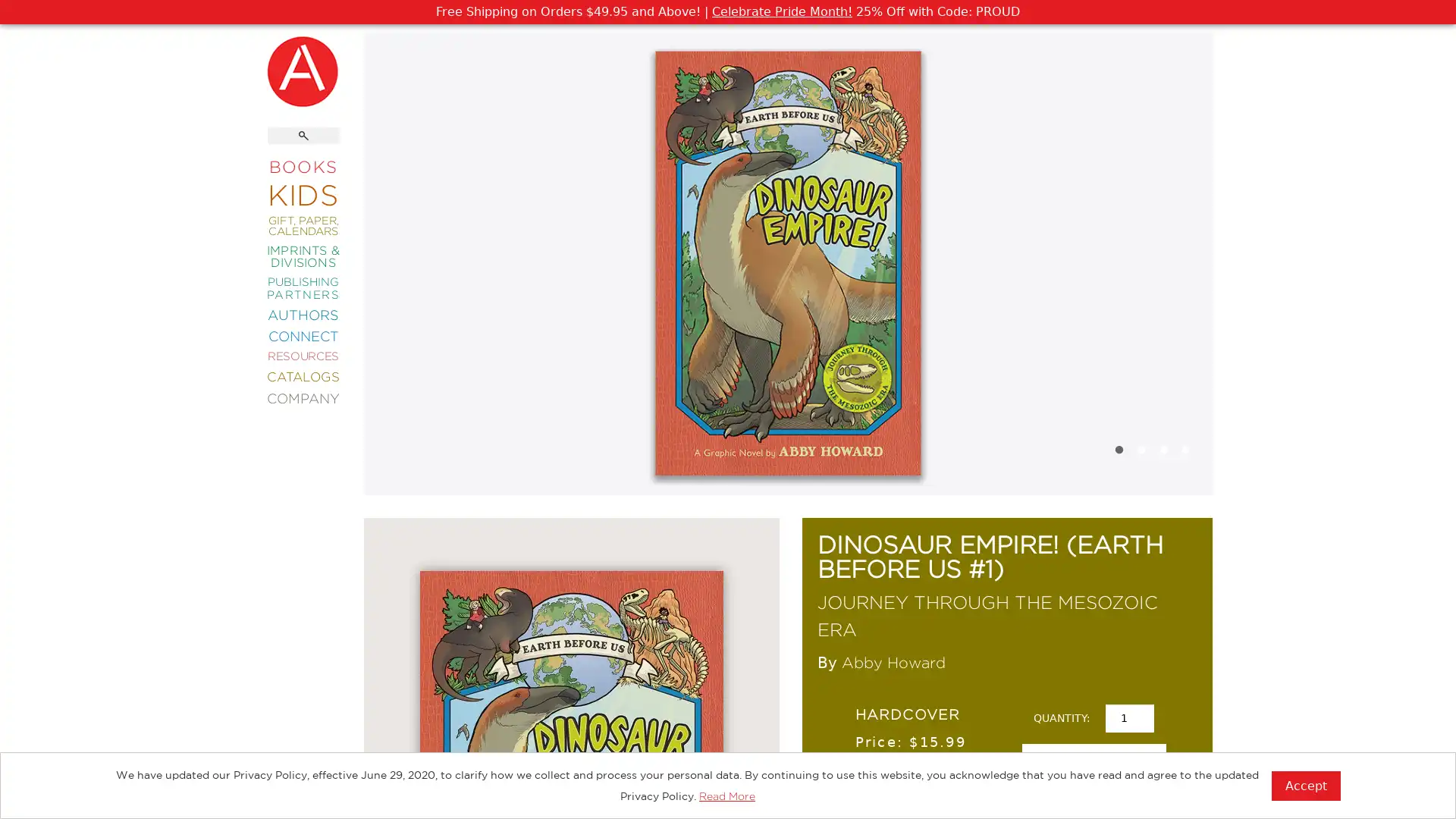 This screenshot has height=819, width=1456. What do you see at coordinates (303, 225) in the screenshot?
I see `GIFT, PAPER, CALENDARS` at bounding box center [303, 225].